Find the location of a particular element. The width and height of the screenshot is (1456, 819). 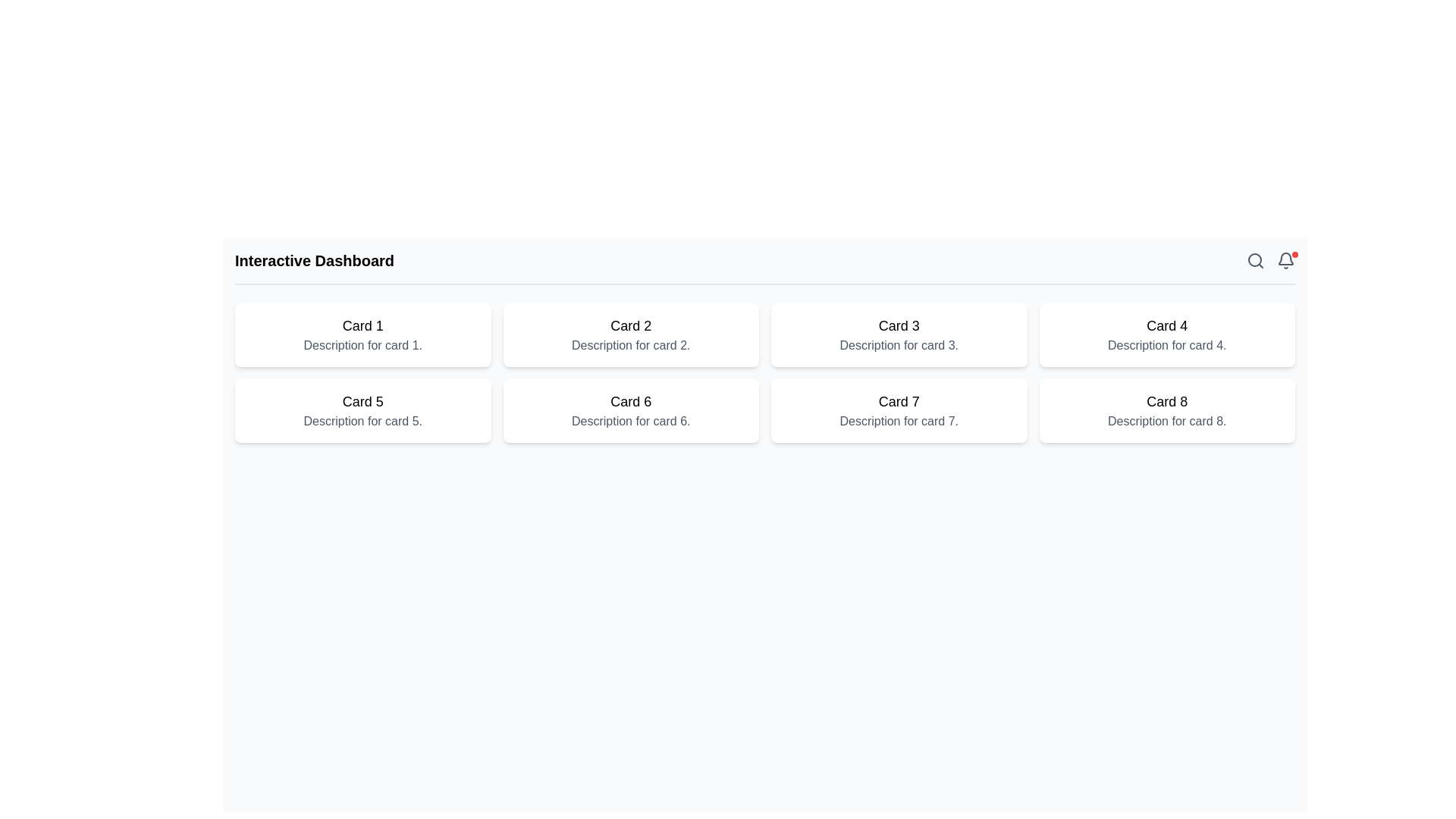

the static text element that serves as the title or label for the card located at the upper section of the card in the second row, fourth column of the grid layout is located at coordinates (1166, 400).